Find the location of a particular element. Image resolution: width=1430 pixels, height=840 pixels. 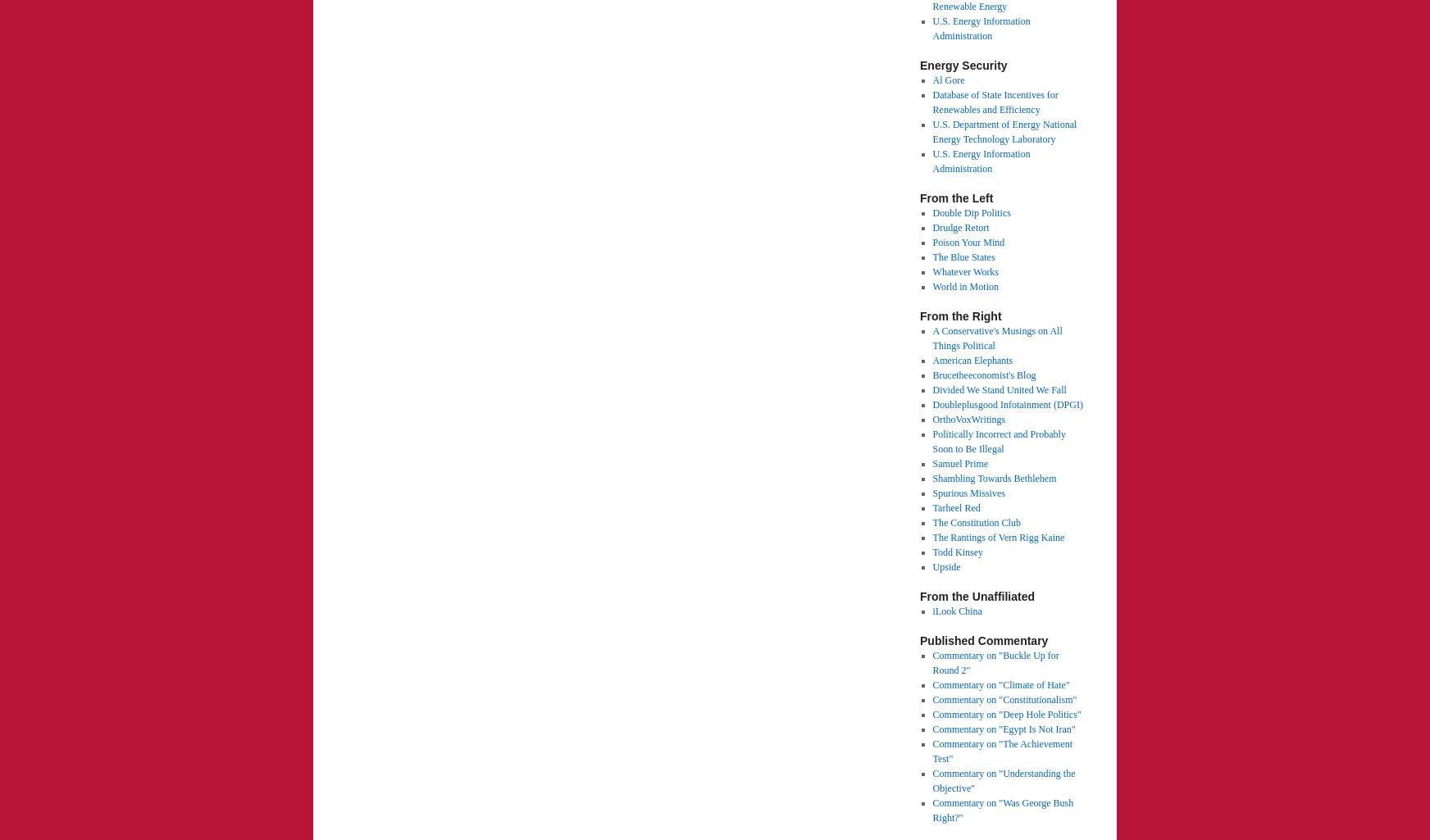

'Published Commentary' is located at coordinates (984, 640).